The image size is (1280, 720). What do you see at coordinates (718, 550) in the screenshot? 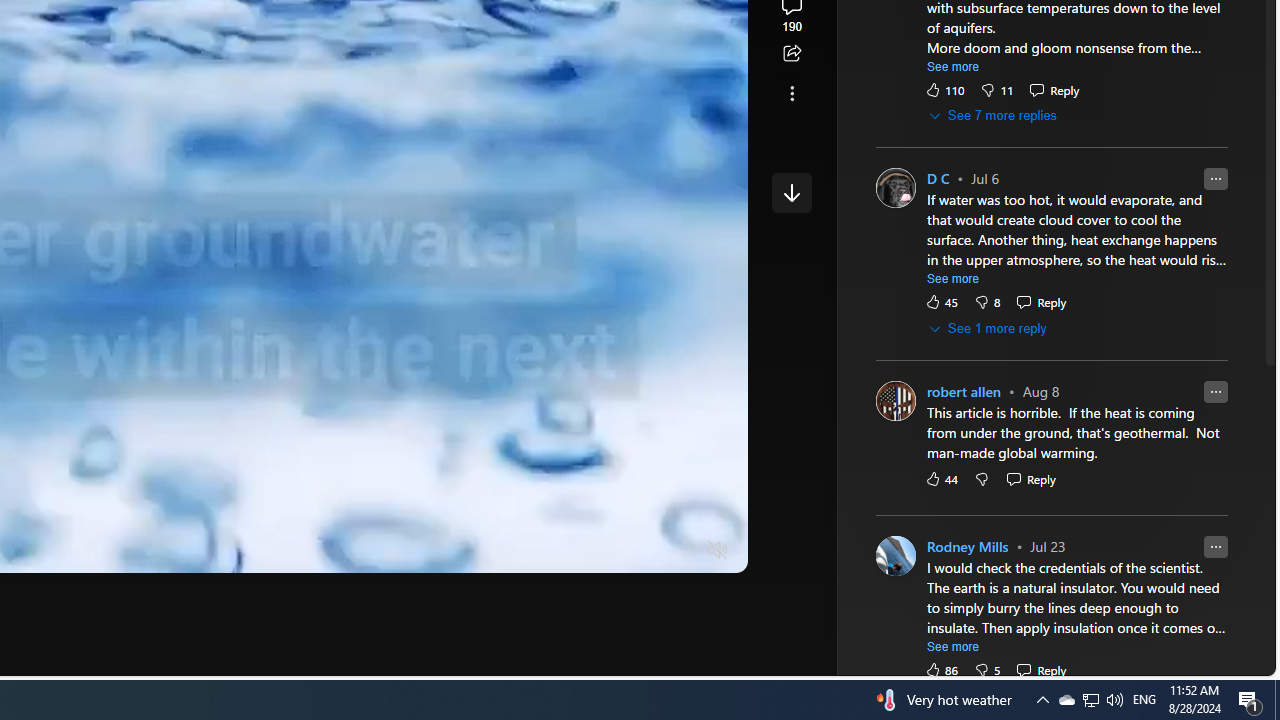
I see `'Unmute'` at bounding box center [718, 550].